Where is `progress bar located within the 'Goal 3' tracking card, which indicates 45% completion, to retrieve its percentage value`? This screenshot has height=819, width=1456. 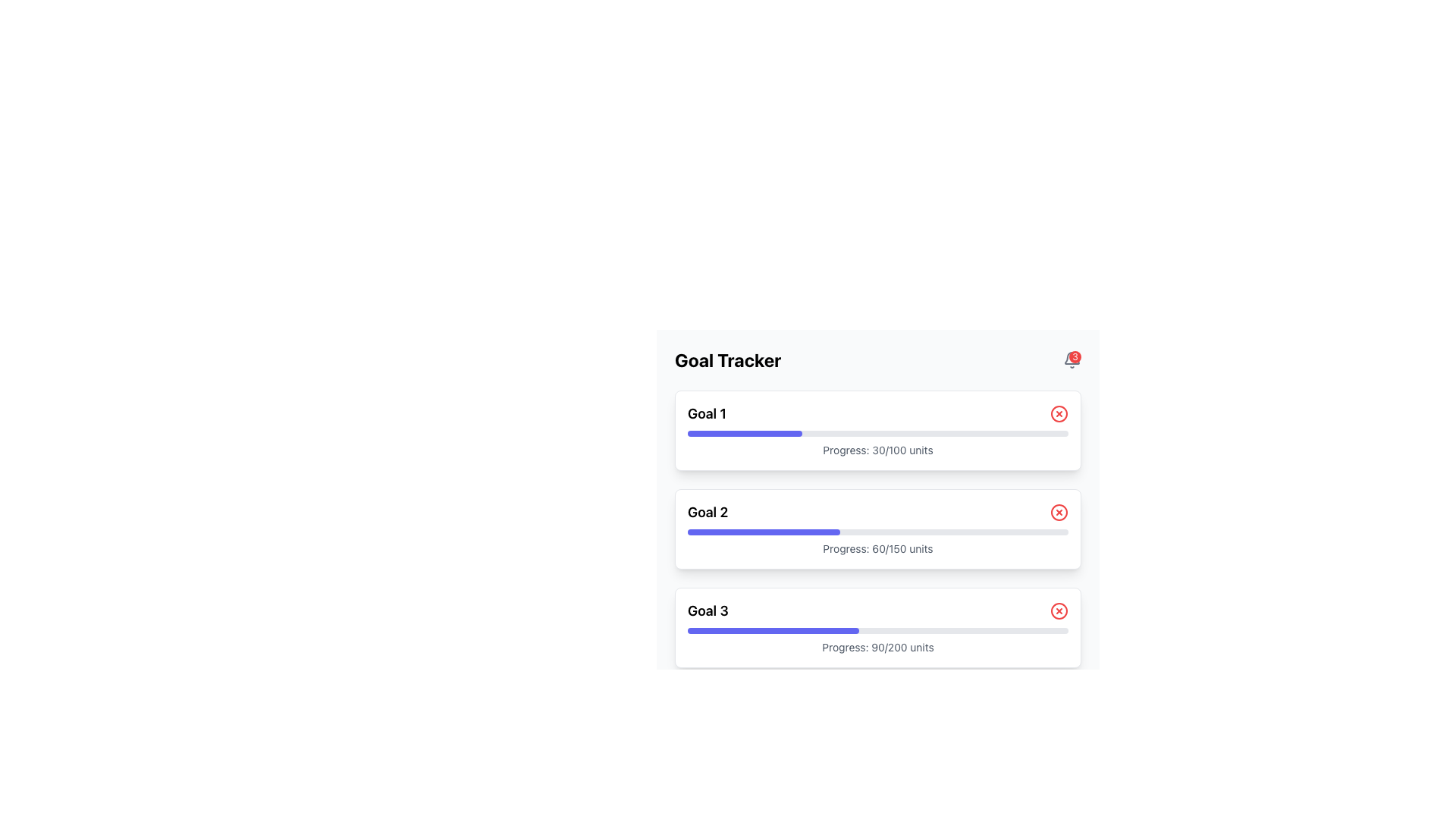 progress bar located within the 'Goal 3' tracking card, which indicates 45% completion, to retrieve its percentage value is located at coordinates (773, 631).